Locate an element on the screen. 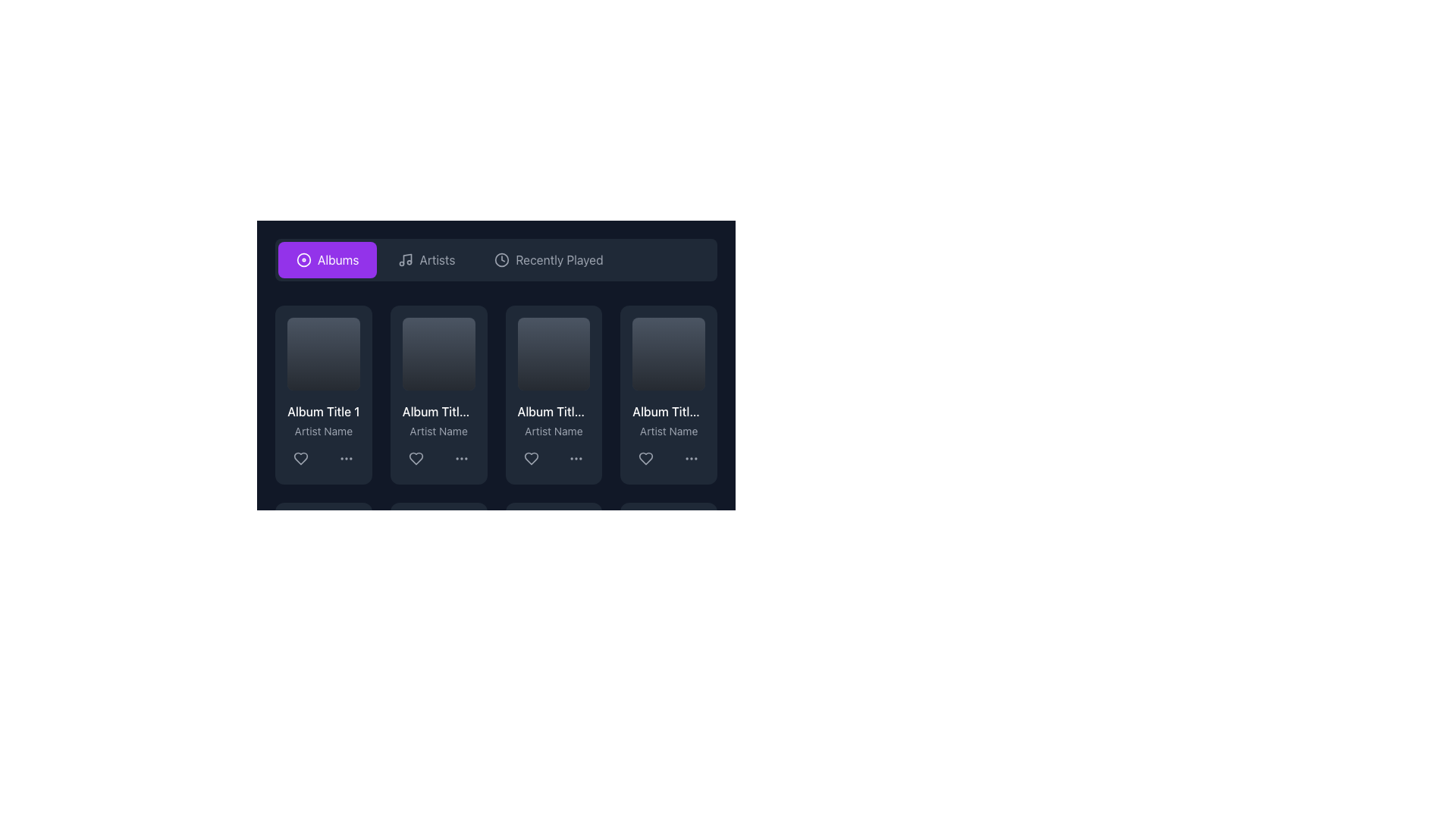  the text label displaying the title of the album located at the bottom of the fourth album card, directly above the 'Artist Name' text element is located at coordinates (668, 411).